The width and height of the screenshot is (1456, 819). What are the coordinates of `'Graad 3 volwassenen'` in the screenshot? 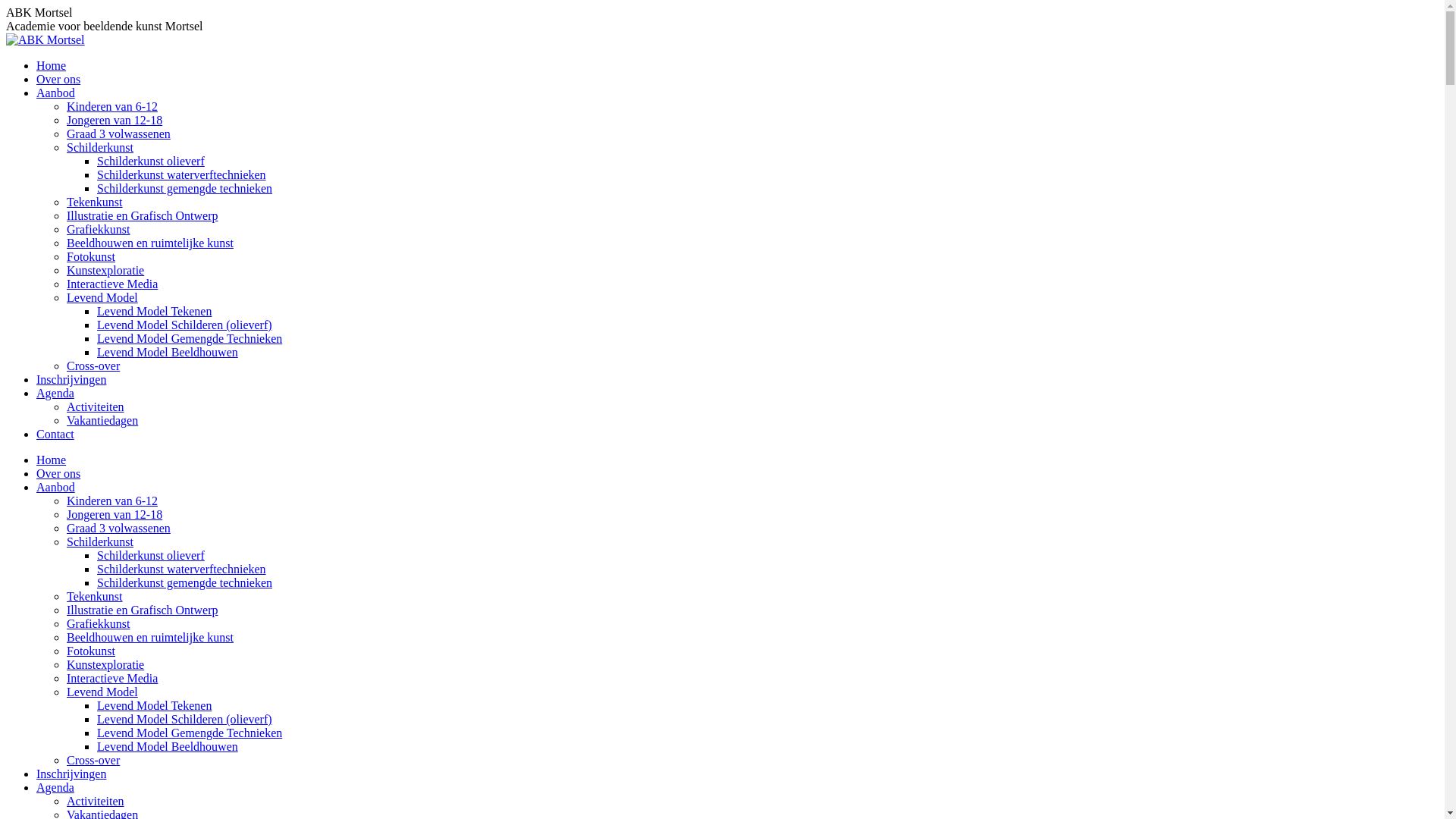 It's located at (118, 133).